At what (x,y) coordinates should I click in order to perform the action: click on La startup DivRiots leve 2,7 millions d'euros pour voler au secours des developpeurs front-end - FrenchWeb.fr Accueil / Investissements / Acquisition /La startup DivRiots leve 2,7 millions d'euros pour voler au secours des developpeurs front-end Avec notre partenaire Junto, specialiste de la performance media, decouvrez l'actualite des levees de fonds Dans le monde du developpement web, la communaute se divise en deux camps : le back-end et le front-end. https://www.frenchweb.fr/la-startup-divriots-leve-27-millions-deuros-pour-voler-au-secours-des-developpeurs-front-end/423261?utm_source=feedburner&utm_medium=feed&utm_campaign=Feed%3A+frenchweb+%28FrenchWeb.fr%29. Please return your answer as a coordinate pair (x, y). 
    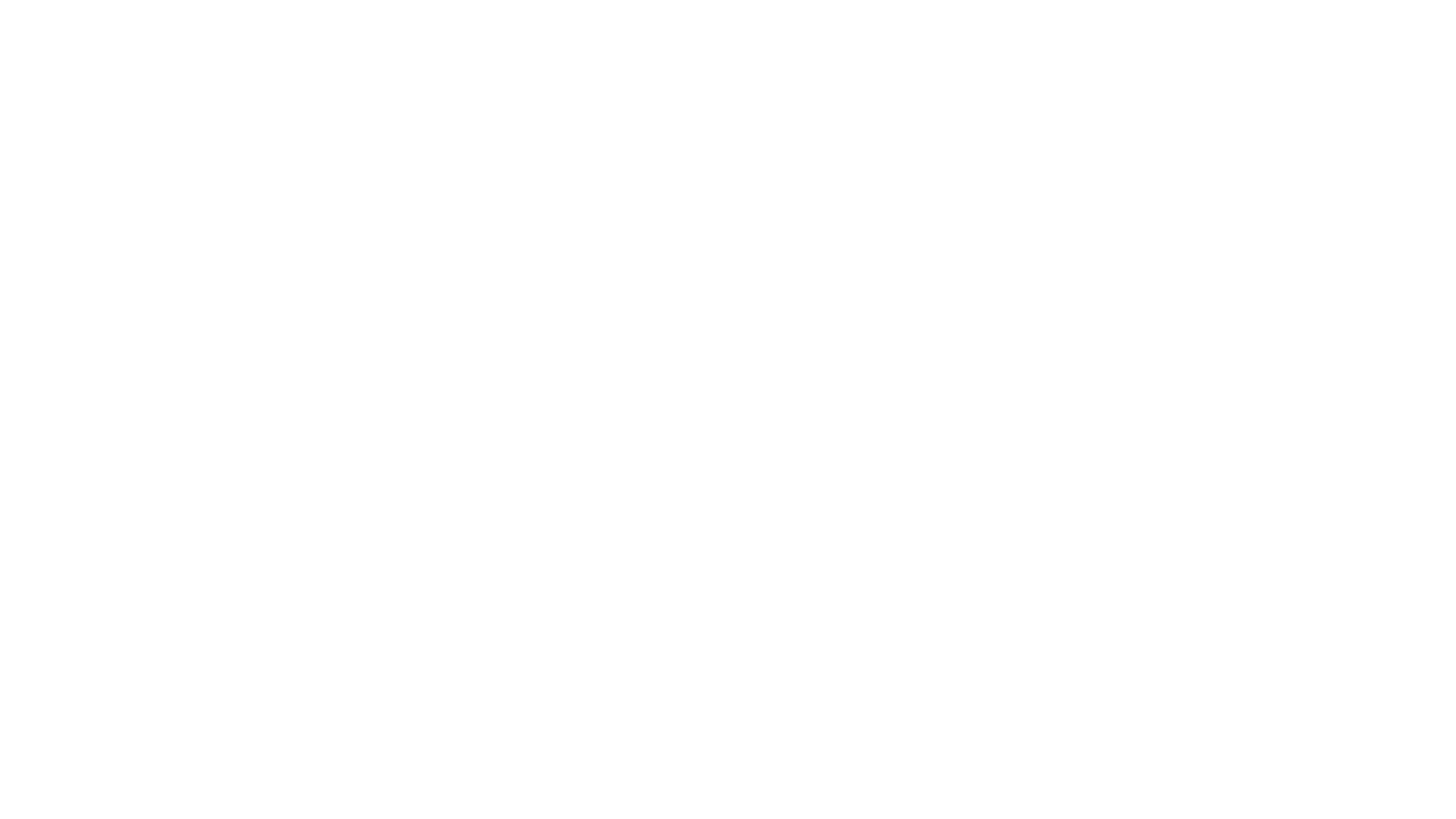
    Looking at the image, I should click on (728, 369).